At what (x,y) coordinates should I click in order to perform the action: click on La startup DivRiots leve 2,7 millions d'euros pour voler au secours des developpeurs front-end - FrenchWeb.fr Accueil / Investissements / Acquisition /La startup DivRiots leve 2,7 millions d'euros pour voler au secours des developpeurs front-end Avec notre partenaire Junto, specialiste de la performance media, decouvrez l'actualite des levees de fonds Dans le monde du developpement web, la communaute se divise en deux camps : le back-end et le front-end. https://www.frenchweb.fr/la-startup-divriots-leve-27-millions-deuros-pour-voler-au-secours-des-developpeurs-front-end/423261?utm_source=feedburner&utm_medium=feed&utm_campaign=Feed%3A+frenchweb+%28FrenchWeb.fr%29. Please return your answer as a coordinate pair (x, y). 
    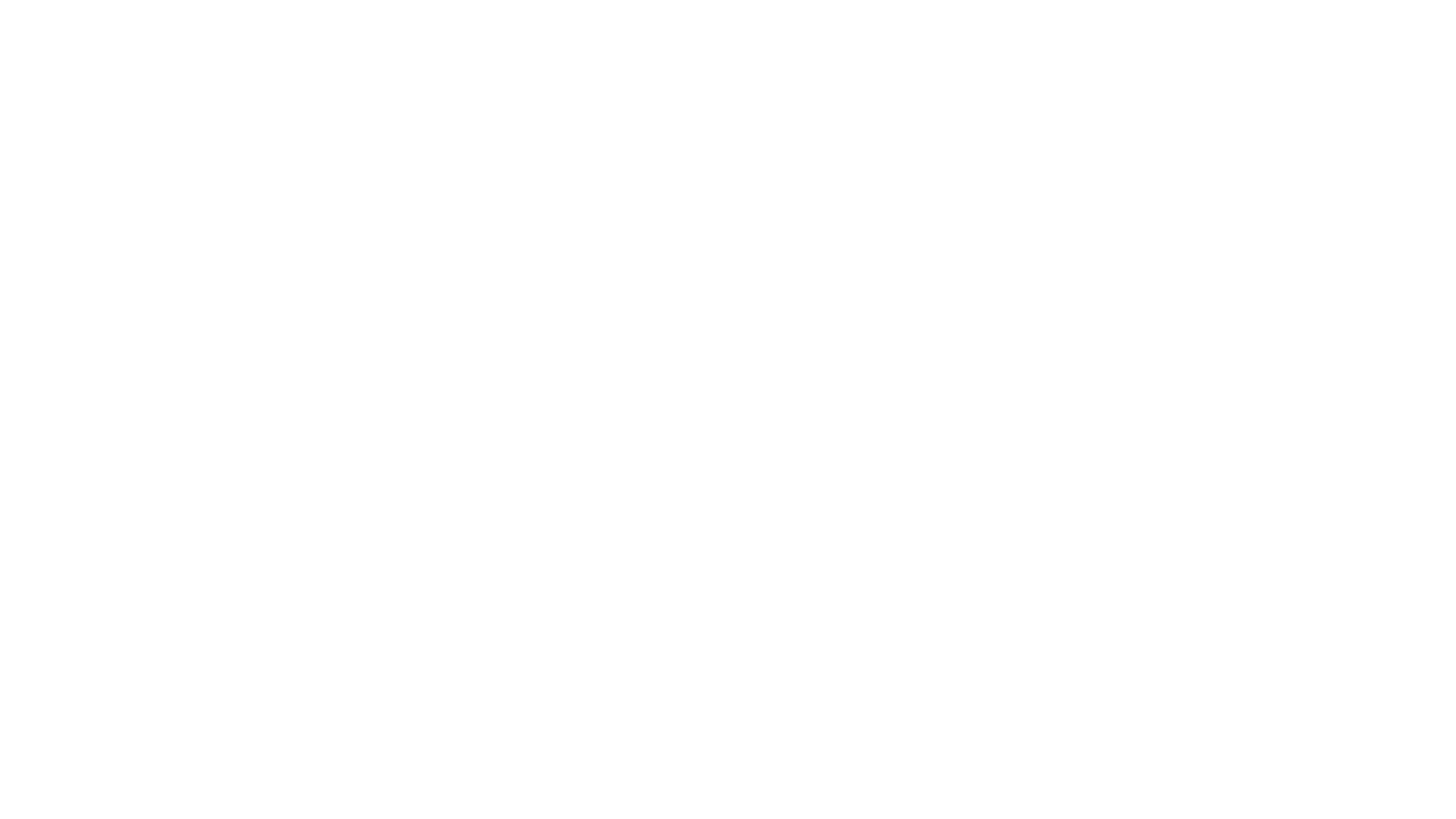
    Looking at the image, I should click on (728, 369).